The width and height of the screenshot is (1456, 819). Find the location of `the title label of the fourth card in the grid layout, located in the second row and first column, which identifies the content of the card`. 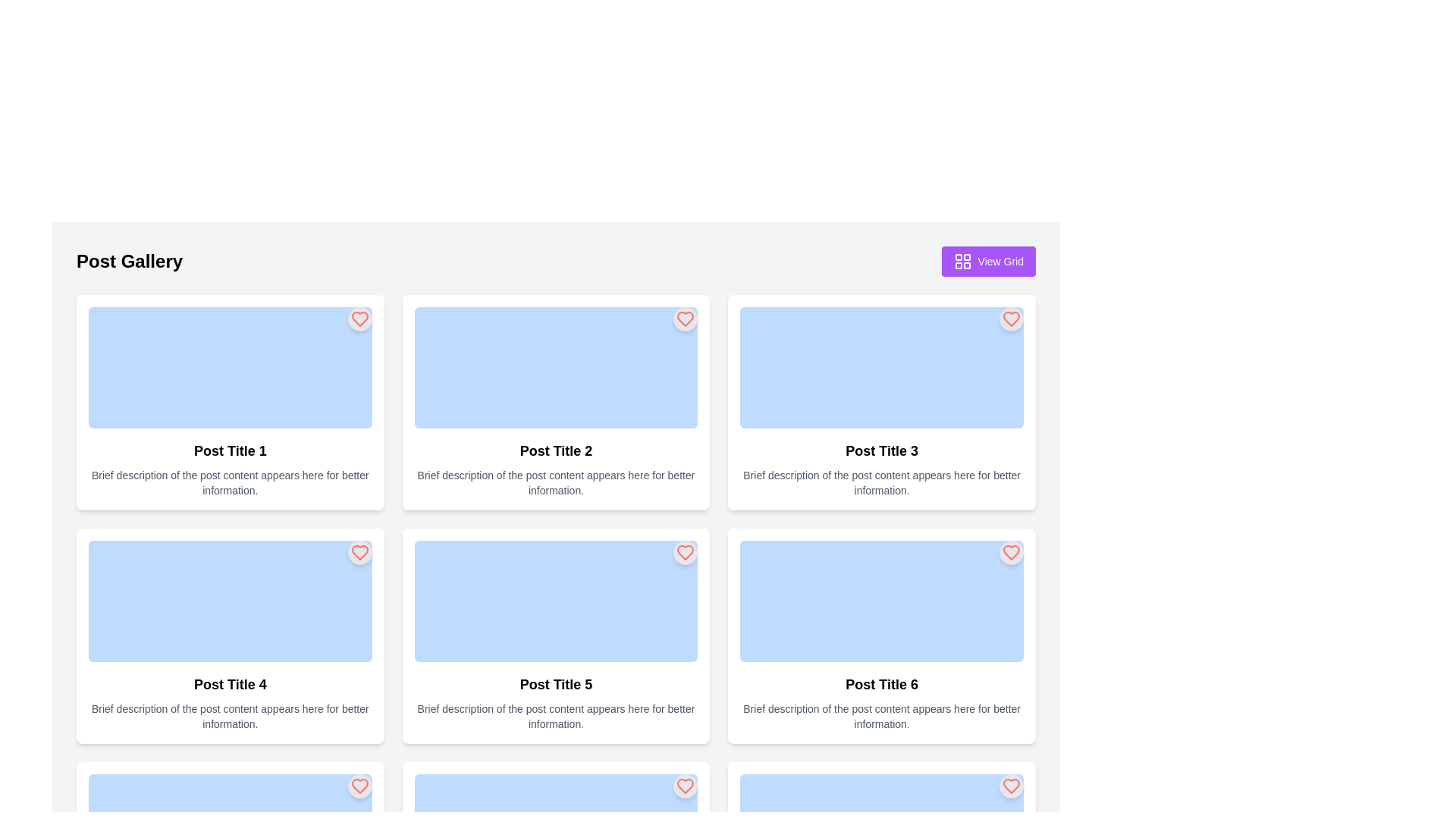

the title label of the fourth card in the grid layout, located in the second row and first column, which identifies the content of the card is located at coordinates (229, 684).